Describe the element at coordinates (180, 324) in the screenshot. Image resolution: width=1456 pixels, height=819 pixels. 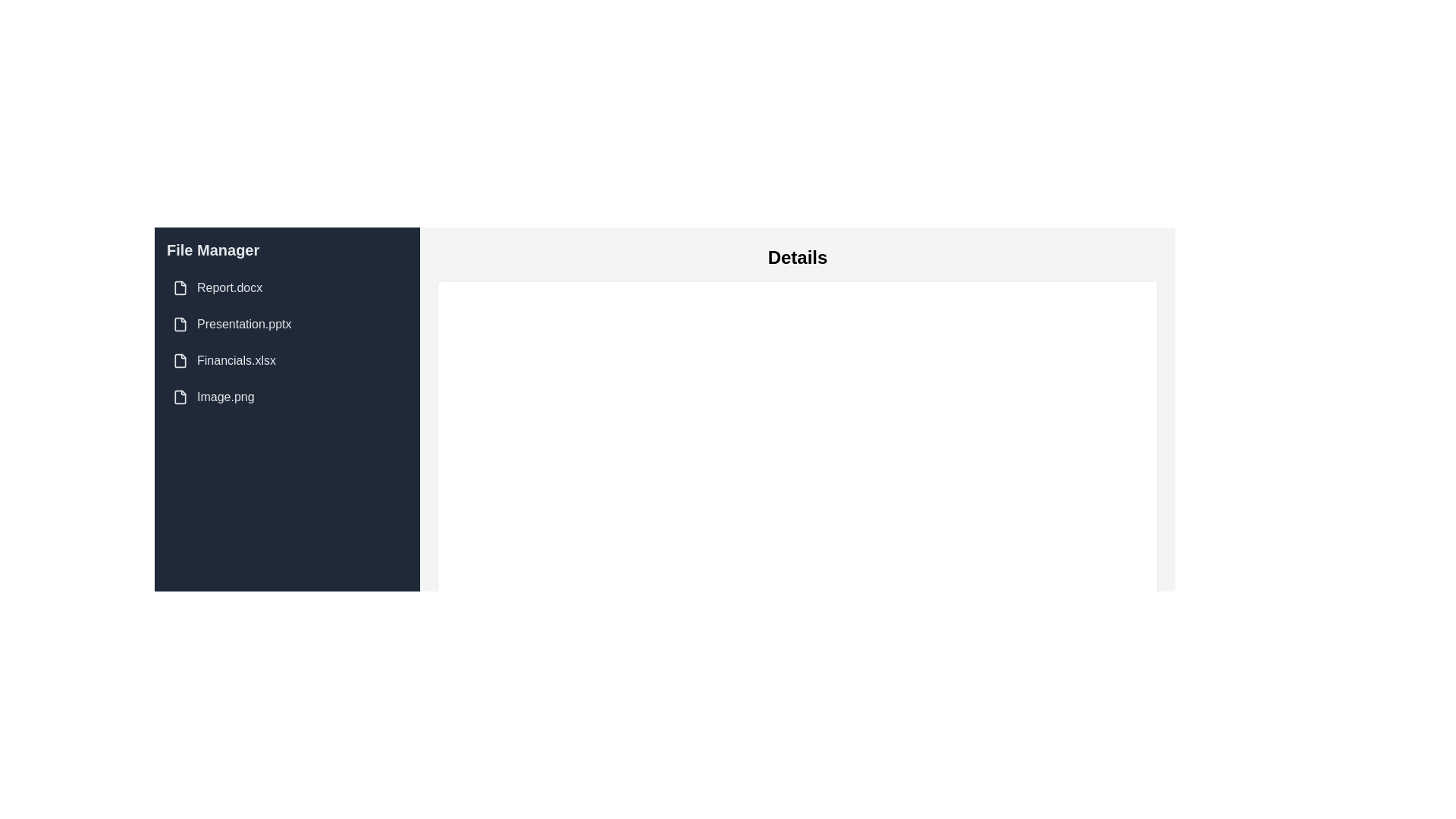
I see `the file icon represented as a paper-like silhouette with a folded corner, located next to 'Presentation.pptx'` at that location.